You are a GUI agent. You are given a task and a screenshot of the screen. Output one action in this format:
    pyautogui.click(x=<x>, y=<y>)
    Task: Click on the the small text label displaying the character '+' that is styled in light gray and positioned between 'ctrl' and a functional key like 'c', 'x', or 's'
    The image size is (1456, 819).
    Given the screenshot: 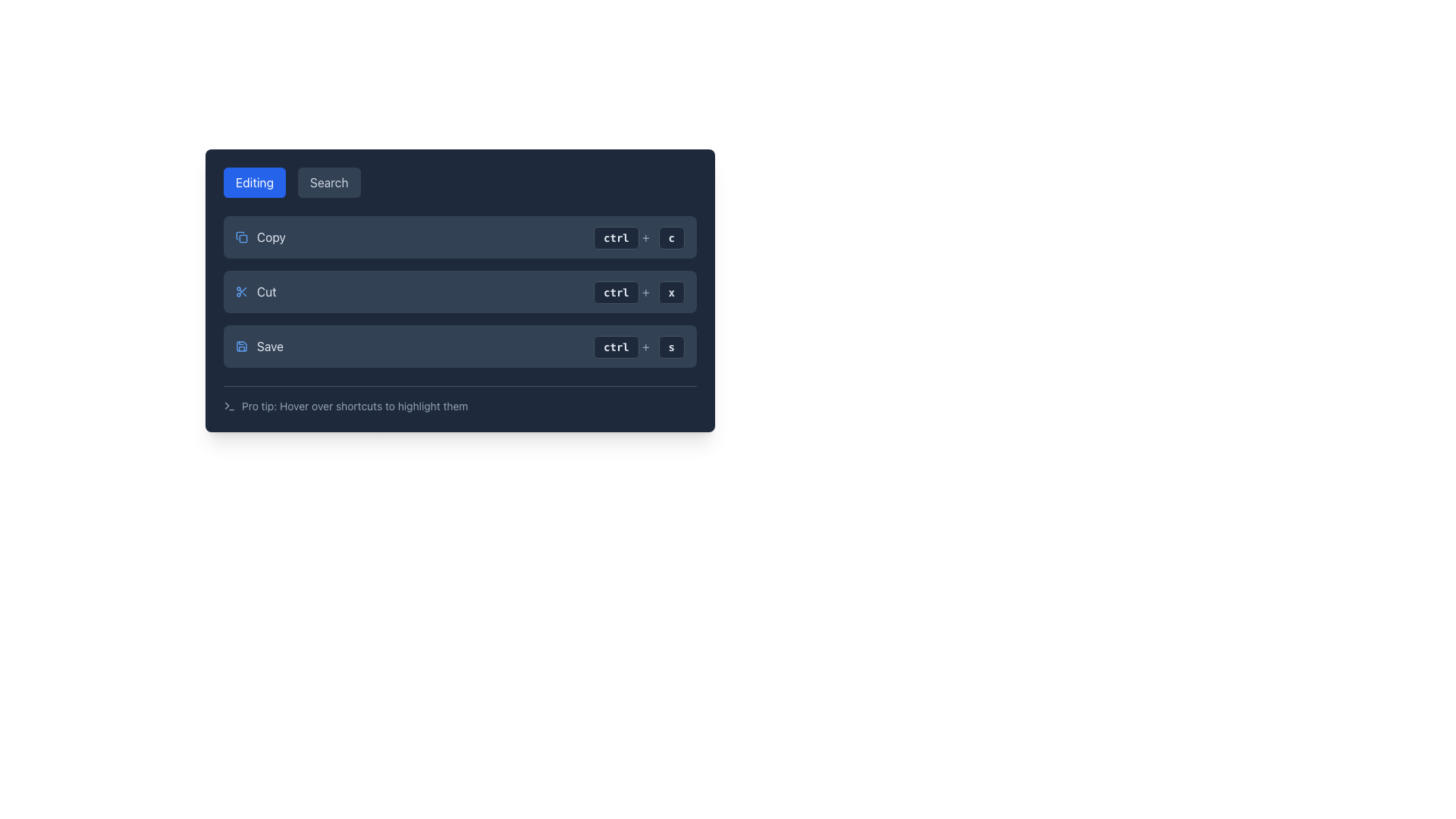 What is the action you would take?
    pyautogui.click(x=645, y=292)
    